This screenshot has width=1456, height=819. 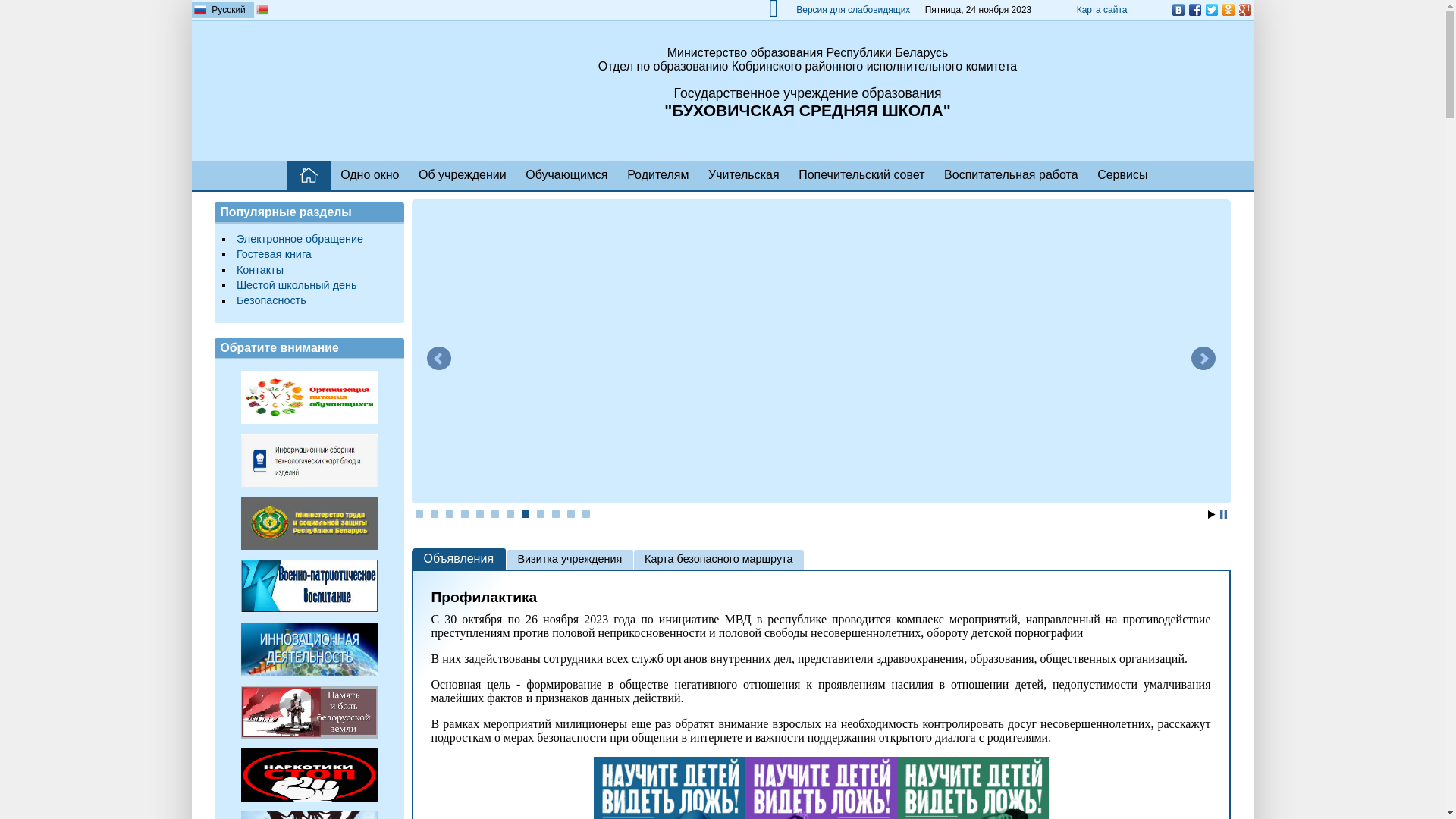 What do you see at coordinates (494, 513) in the screenshot?
I see `'6'` at bounding box center [494, 513].